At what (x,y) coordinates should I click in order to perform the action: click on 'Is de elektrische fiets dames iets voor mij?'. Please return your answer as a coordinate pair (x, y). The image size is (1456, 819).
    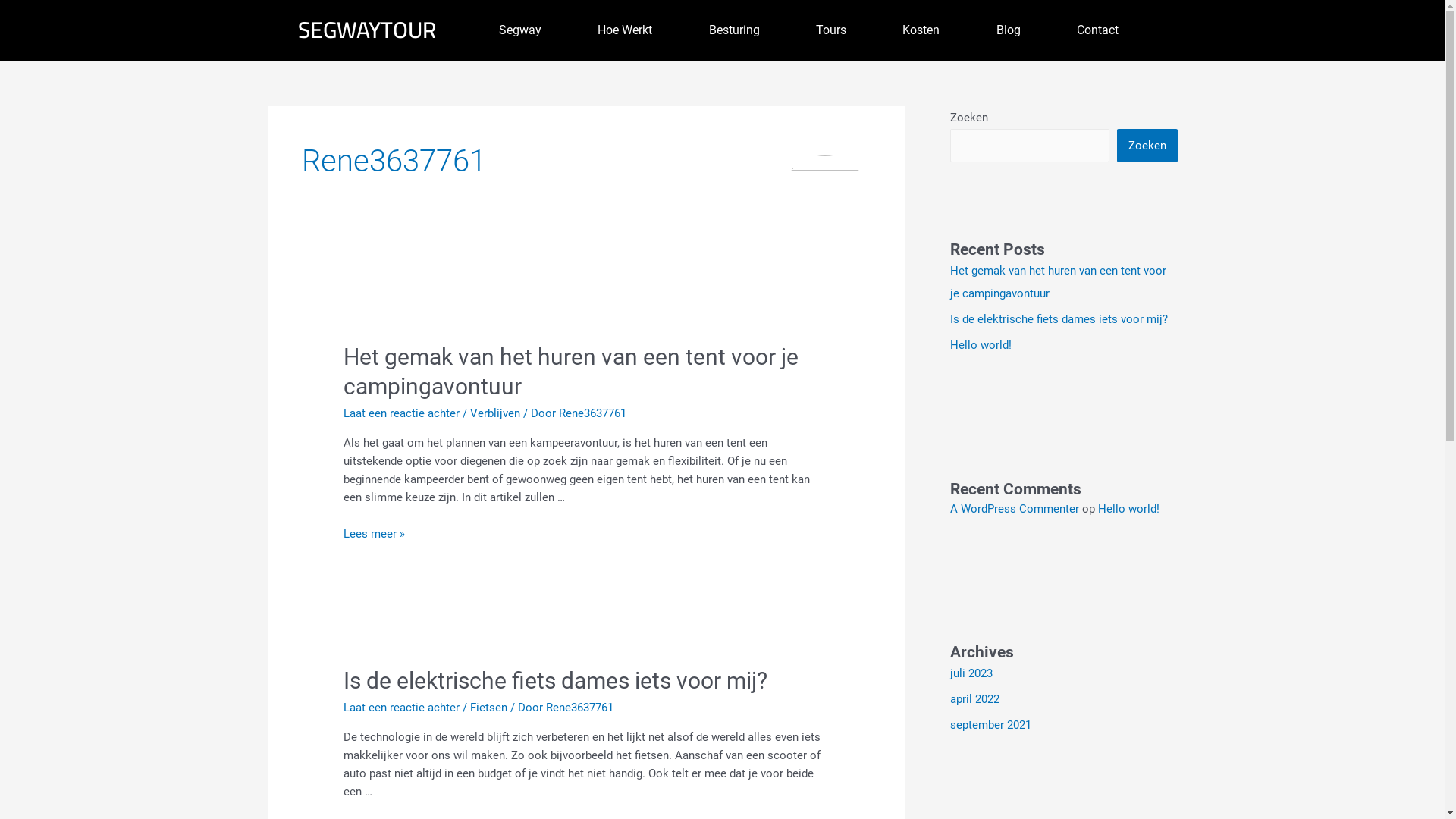
    Looking at the image, I should click on (554, 679).